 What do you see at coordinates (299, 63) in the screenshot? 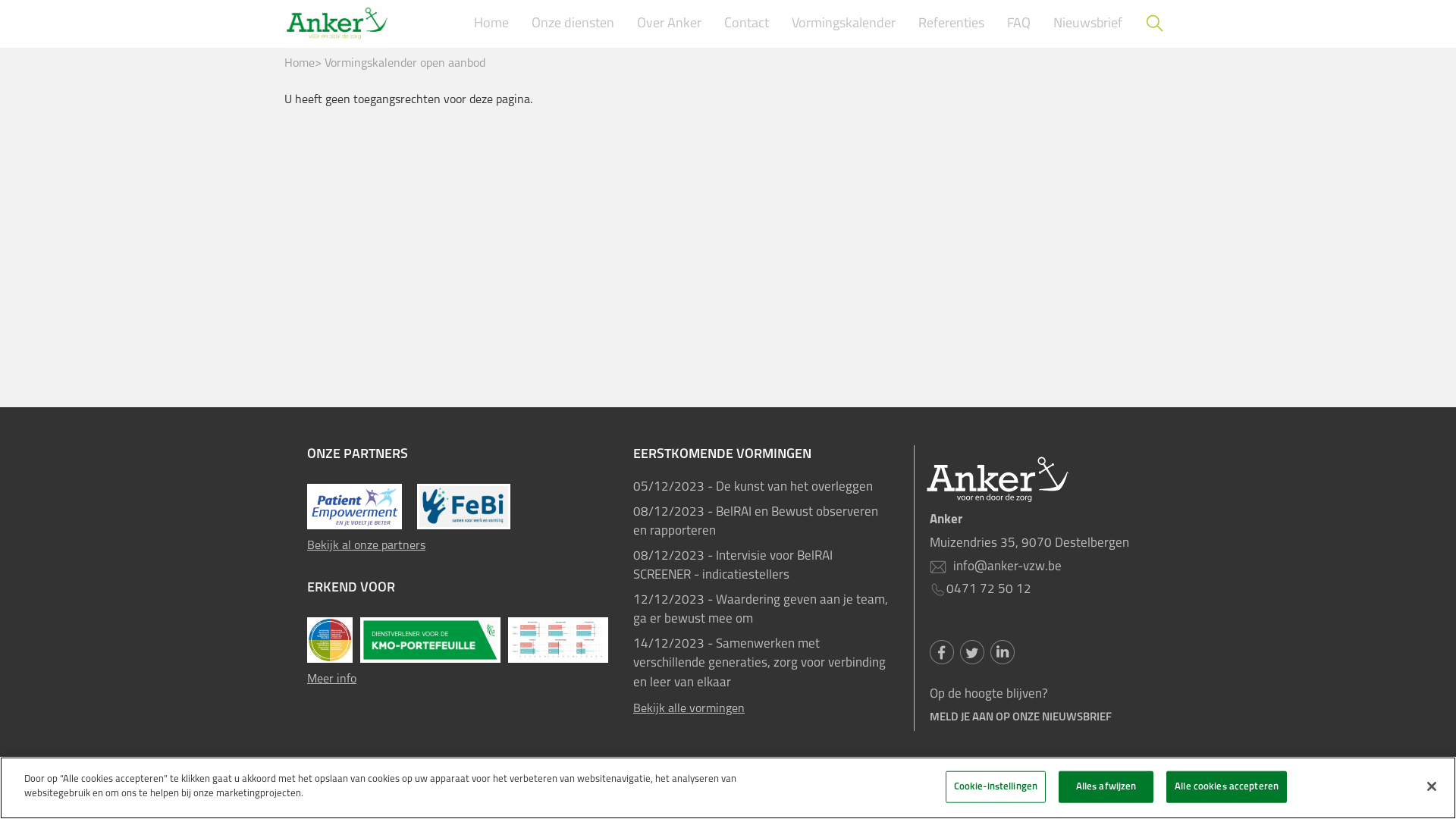
I see `'Home'` at bounding box center [299, 63].